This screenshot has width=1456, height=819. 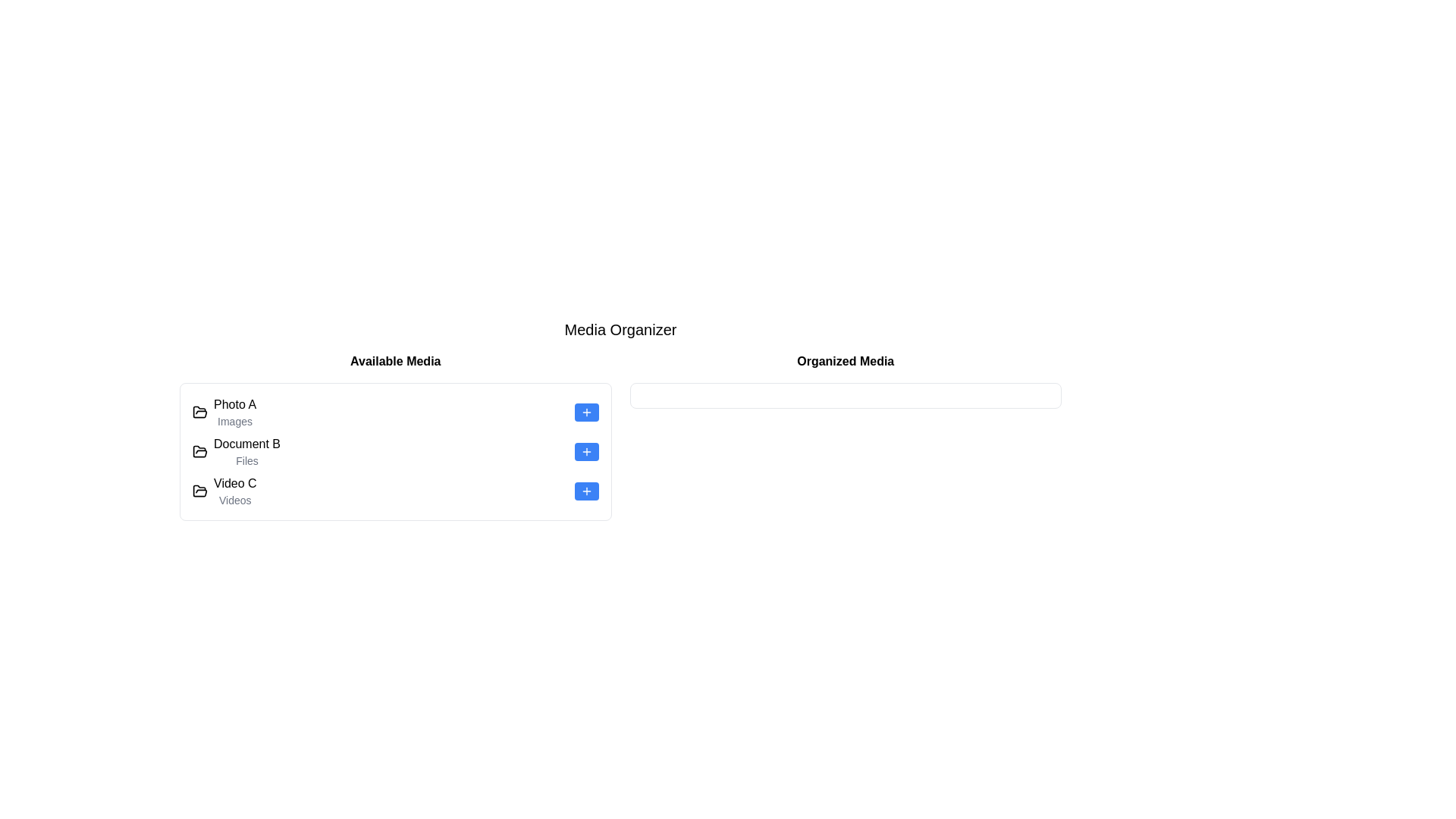 I want to click on the decorative icon located in the left section under the 'Available Media' heading, specifically the first icon in the row labeled 'Photo A Images', positioned to the left of the text 'Photo A', so click(x=199, y=450).